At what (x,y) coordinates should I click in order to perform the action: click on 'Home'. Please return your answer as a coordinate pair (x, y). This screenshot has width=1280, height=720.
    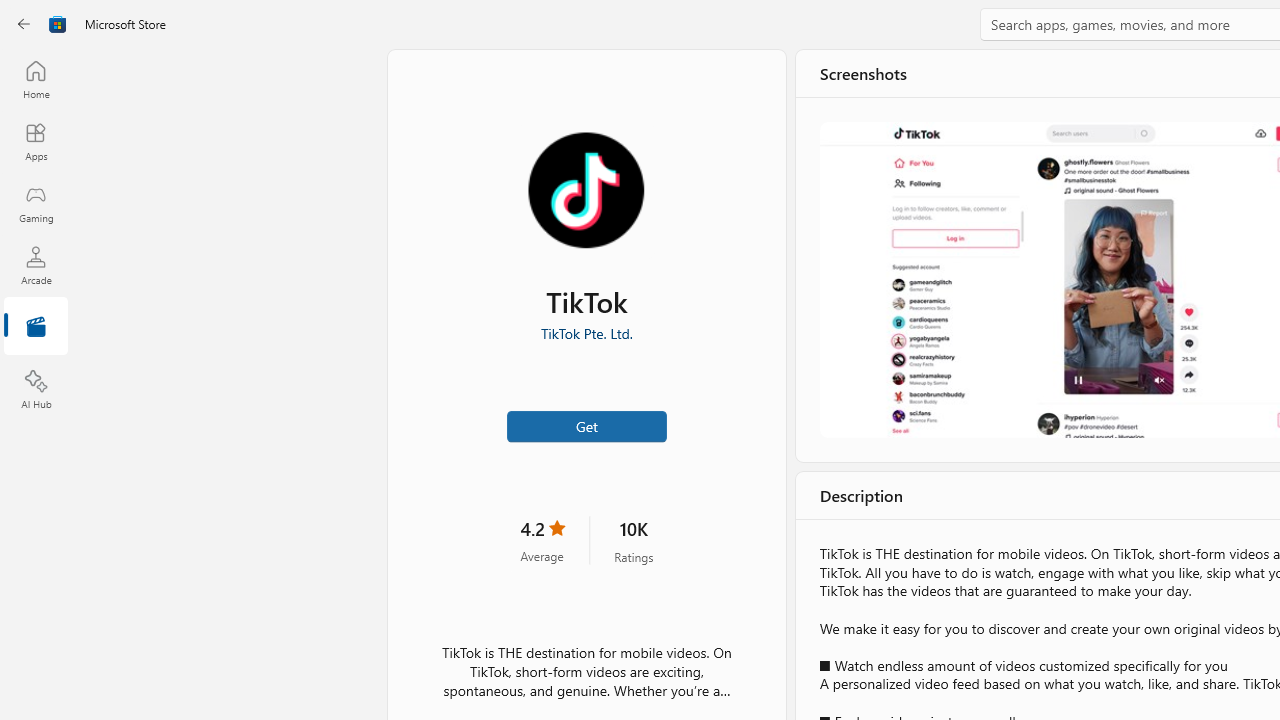
    Looking at the image, I should click on (35, 78).